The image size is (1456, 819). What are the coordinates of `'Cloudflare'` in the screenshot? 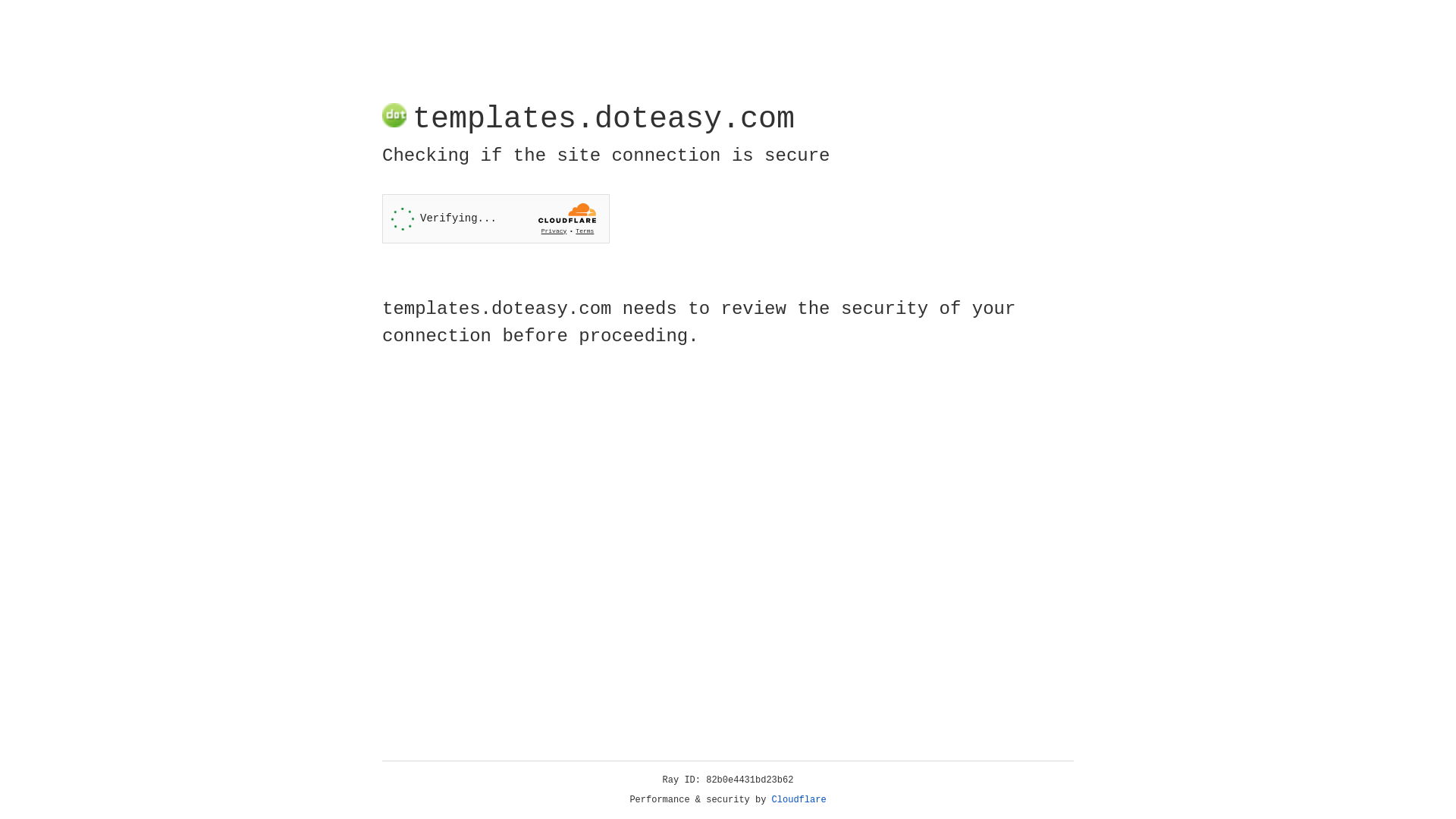 It's located at (799, 799).